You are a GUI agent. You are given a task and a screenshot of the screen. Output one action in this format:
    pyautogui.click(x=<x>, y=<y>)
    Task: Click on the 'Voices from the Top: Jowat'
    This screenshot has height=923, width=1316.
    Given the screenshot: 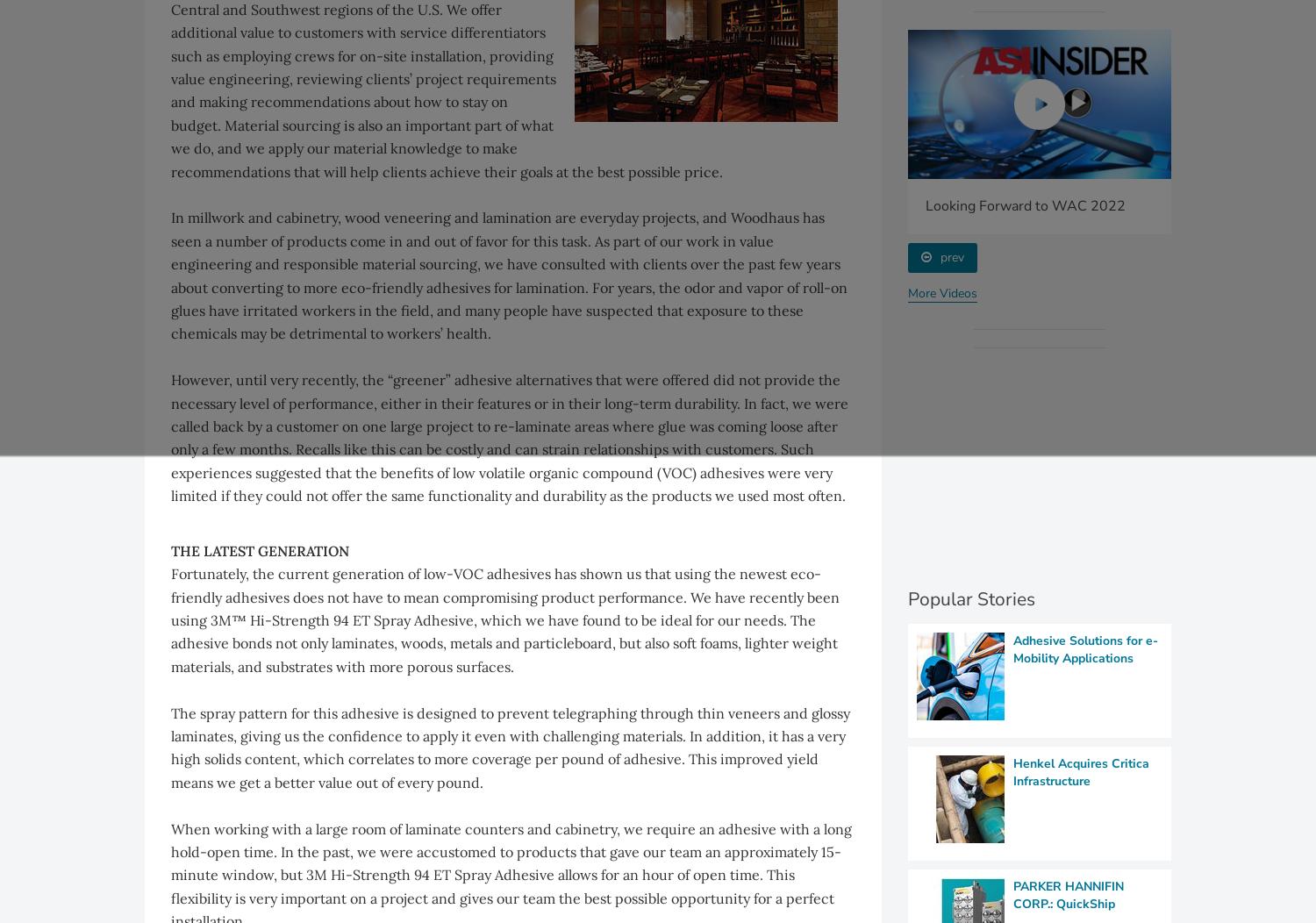 What is the action you would take?
    pyautogui.click(x=397, y=204)
    